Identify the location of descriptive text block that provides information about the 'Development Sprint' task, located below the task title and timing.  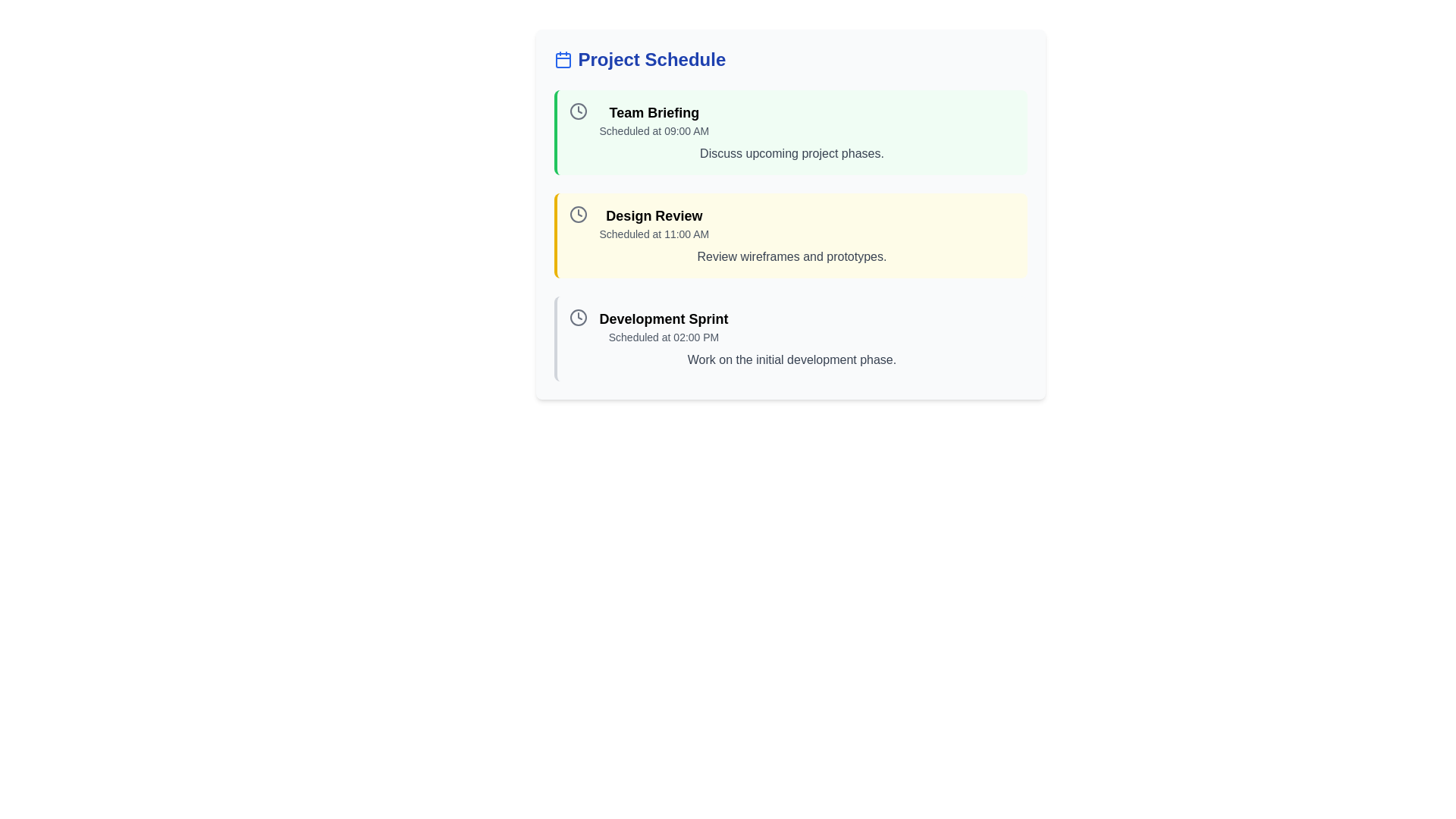
(791, 359).